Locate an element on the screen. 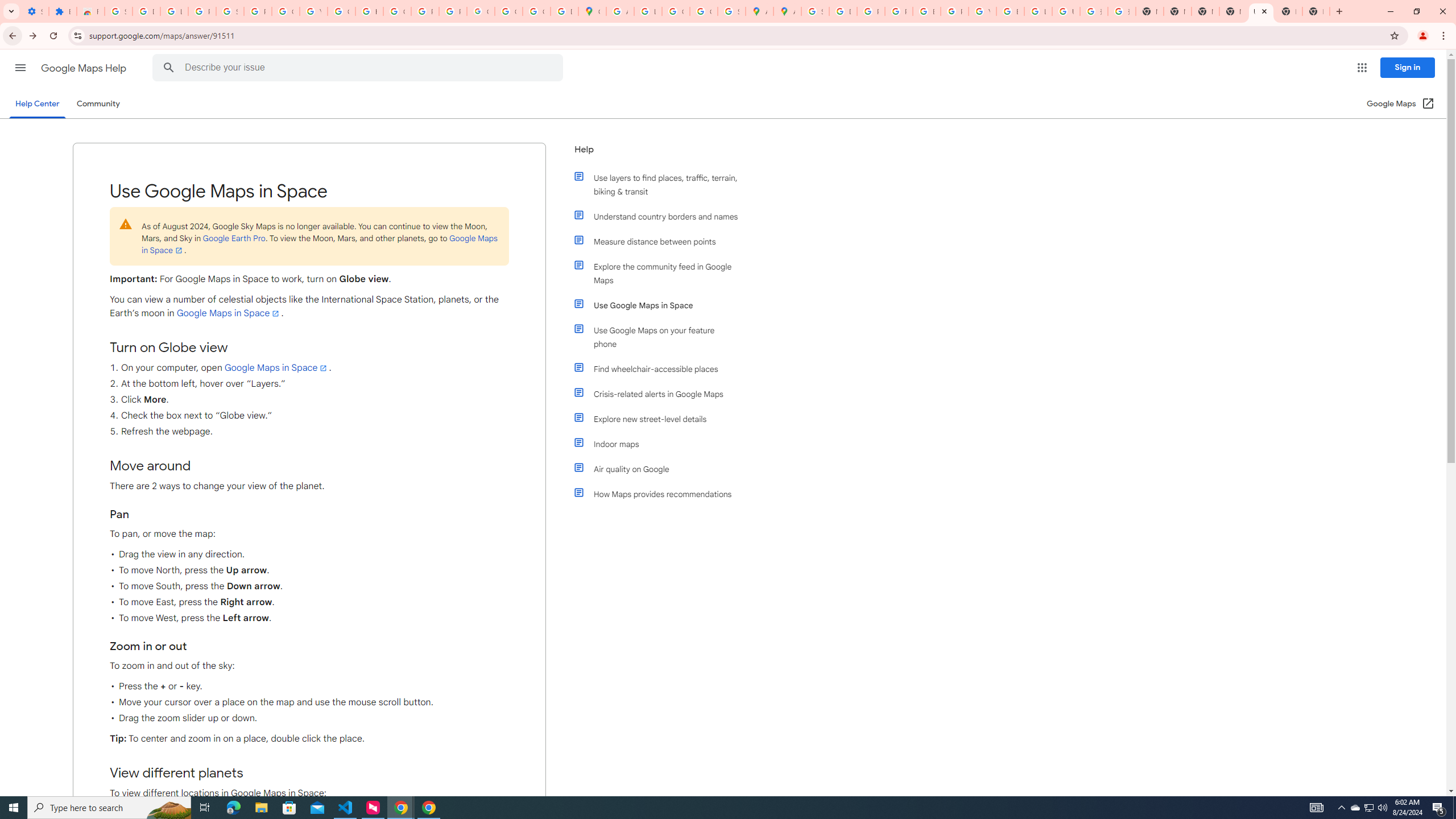 Image resolution: width=1456 pixels, height=819 pixels. 'Google Maps Help' is located at coordinates (84, 68).